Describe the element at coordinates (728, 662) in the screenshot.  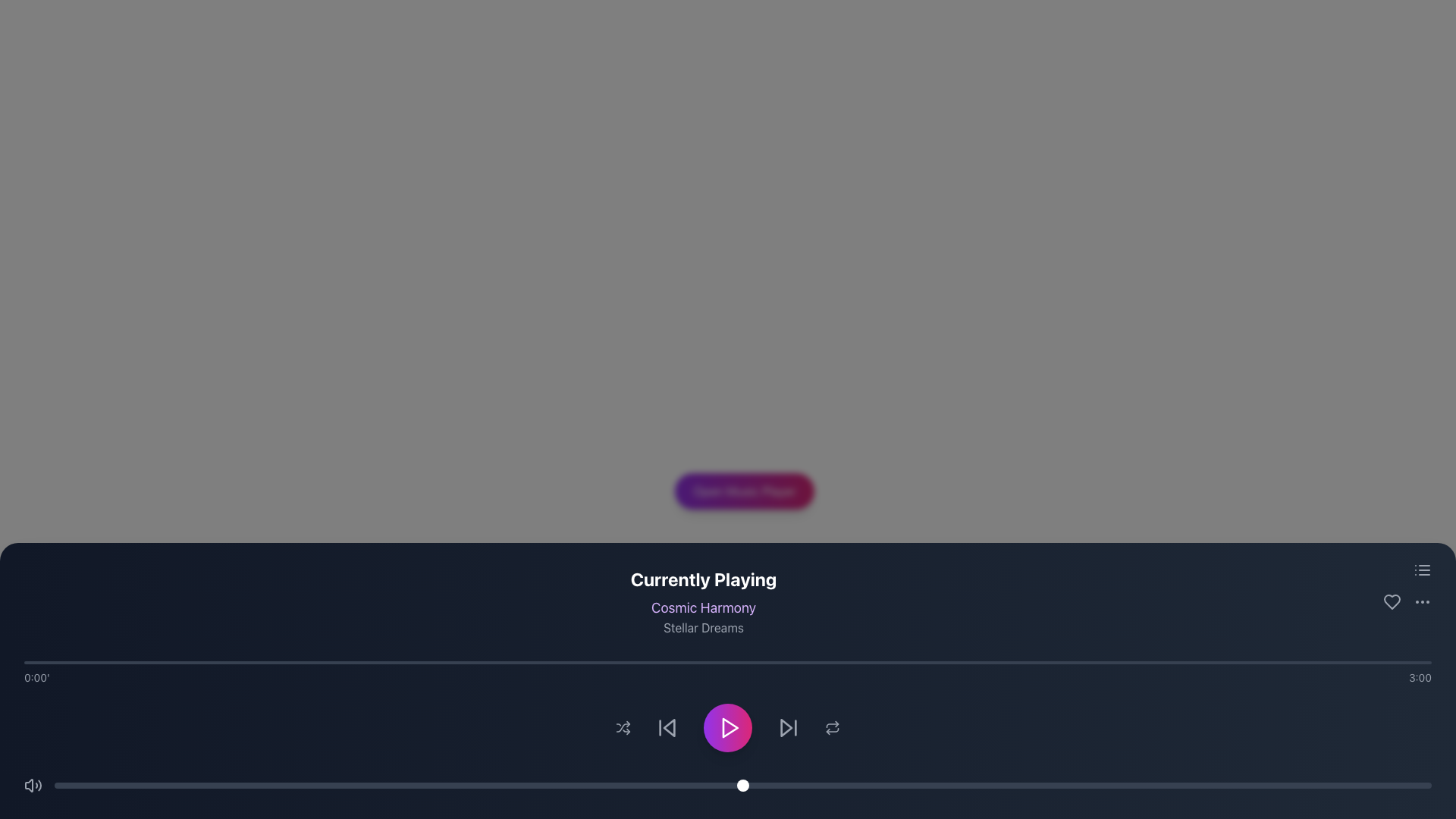
I see `the progress indicator of the Linear Progress Bar, which is a horizontal bar with rounded edges located below the 'Currently Playing' text` at that location.